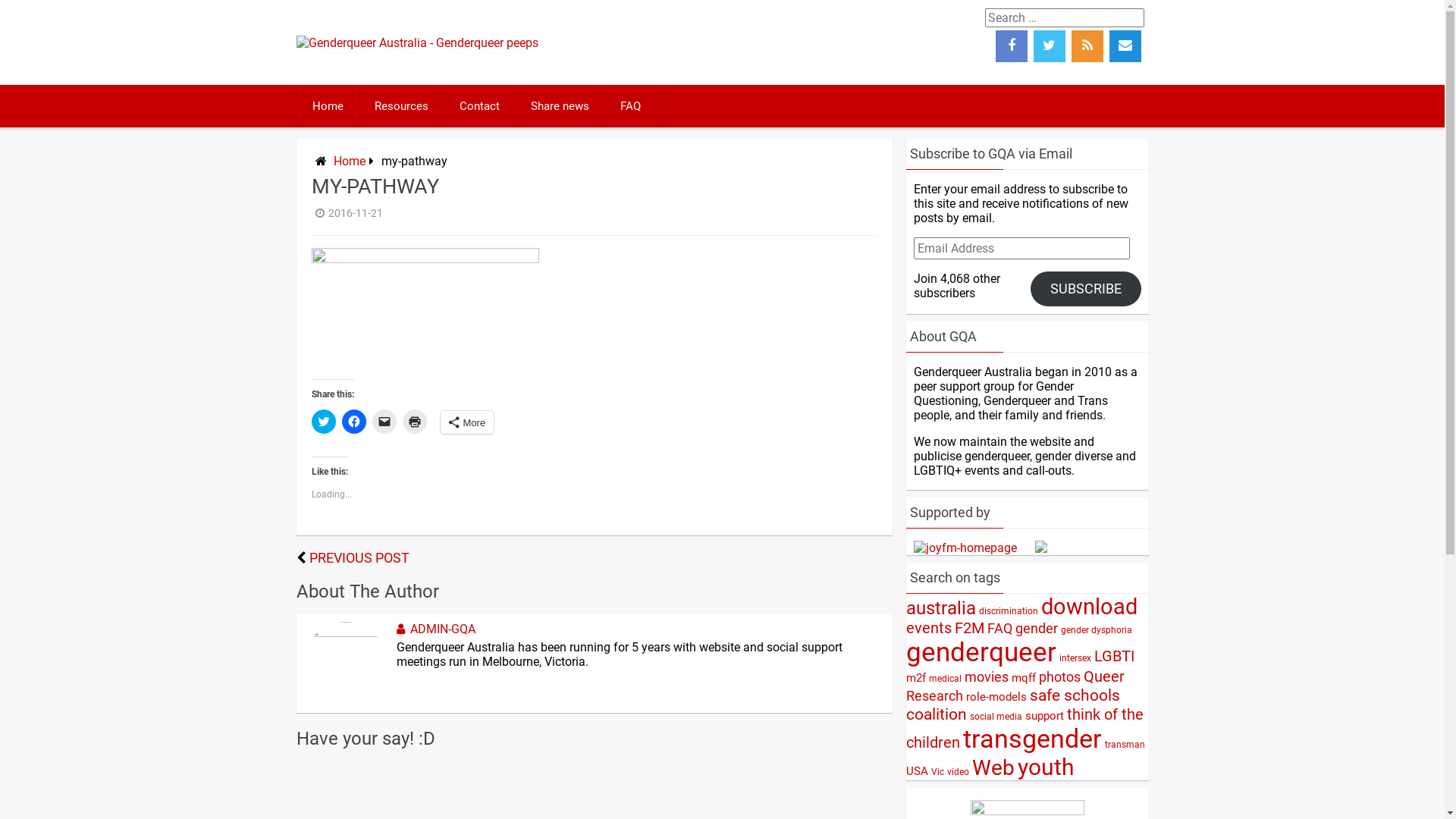 The width and height of the screenshot is (1456, 819). Describe the element at coordinates (996, 45) in the screenshot. I see `'Facebook'` at that location.